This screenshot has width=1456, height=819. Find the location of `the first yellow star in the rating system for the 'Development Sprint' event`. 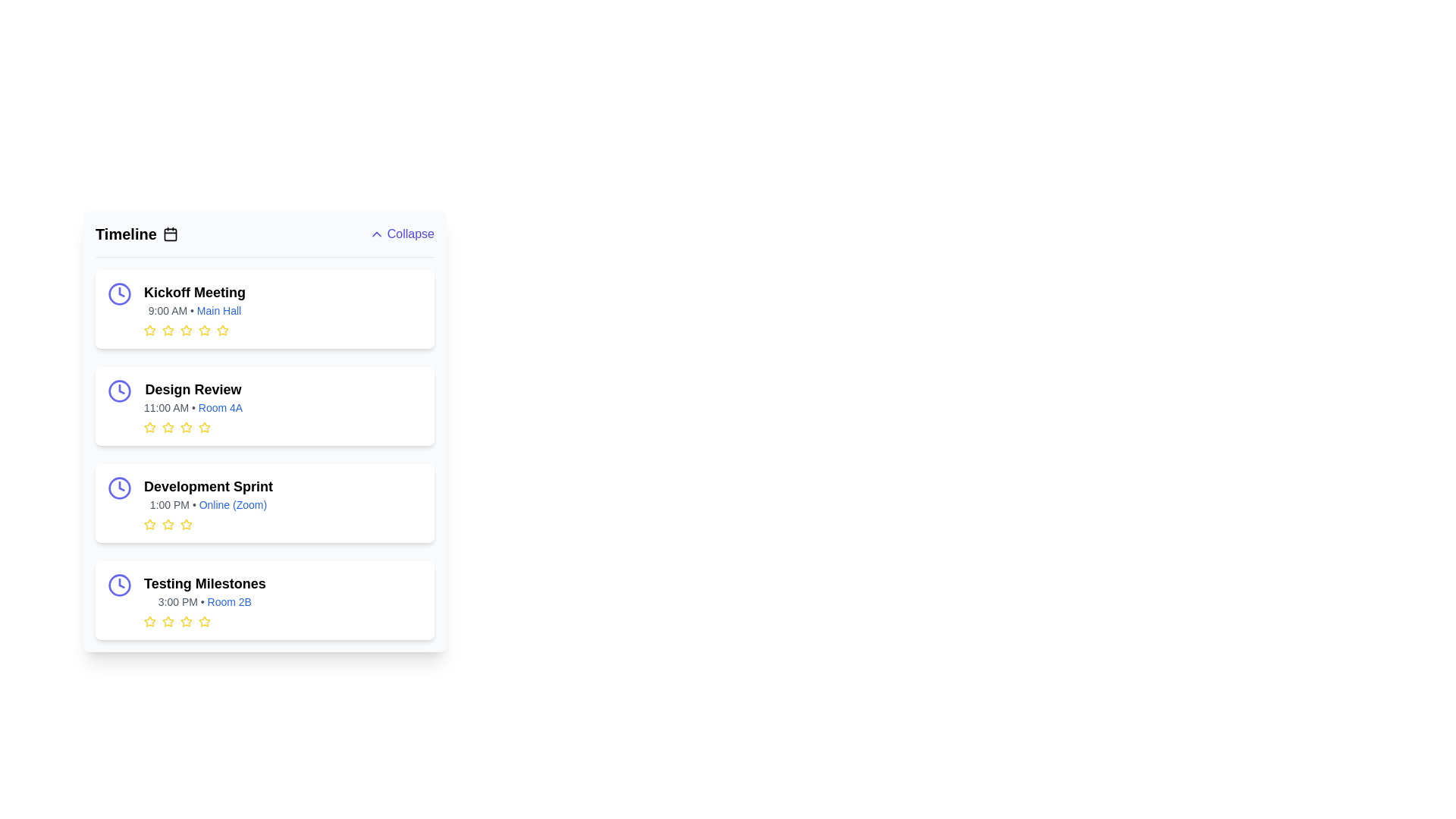

the first yellow star in the rating system for the 'Development Sprint' event is located at coordinates (185, 523).